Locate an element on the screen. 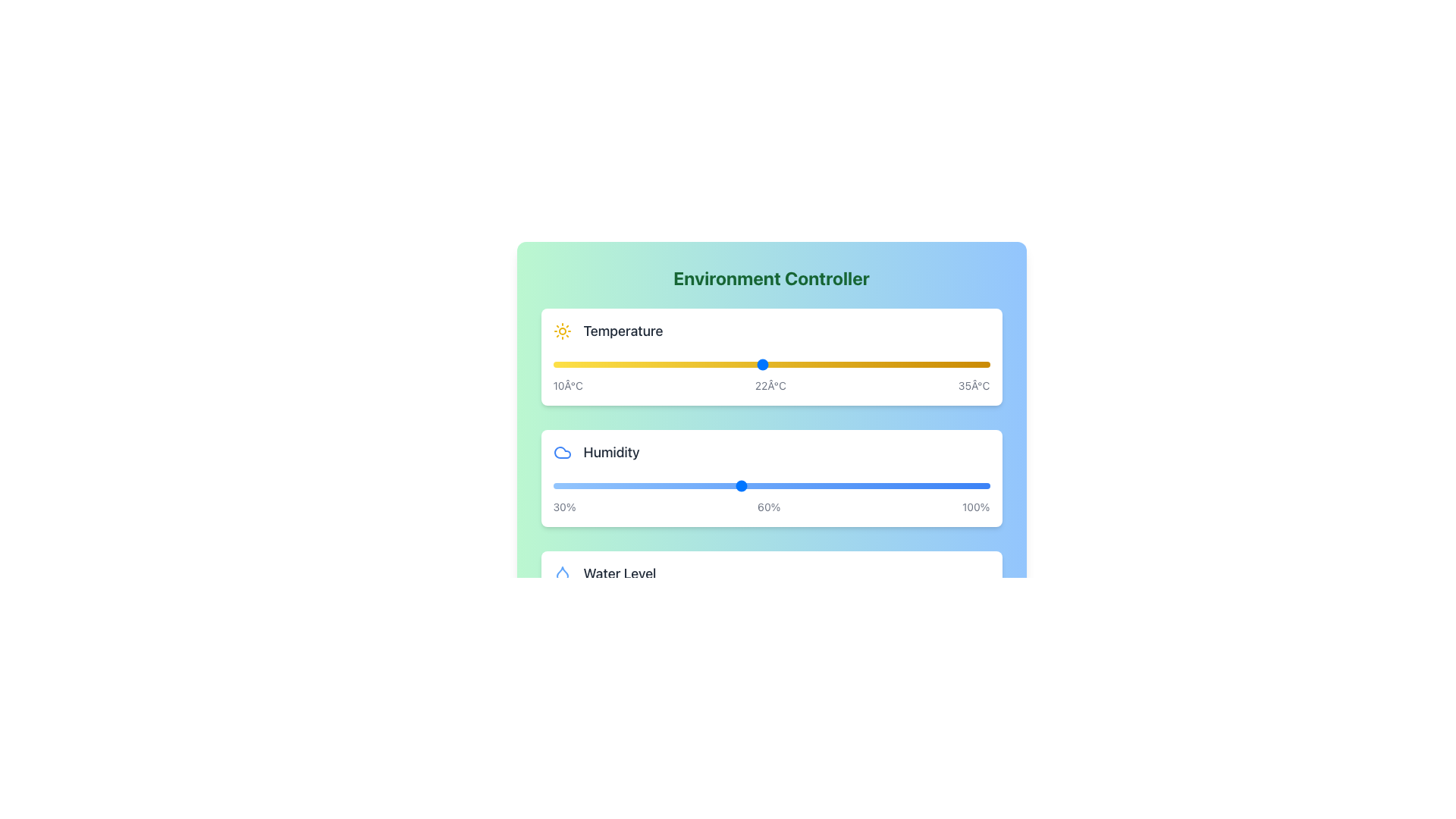 Image resolution: width=1456 pixels, height=819 pixels. the temperature is located at coordinates (850, 365).